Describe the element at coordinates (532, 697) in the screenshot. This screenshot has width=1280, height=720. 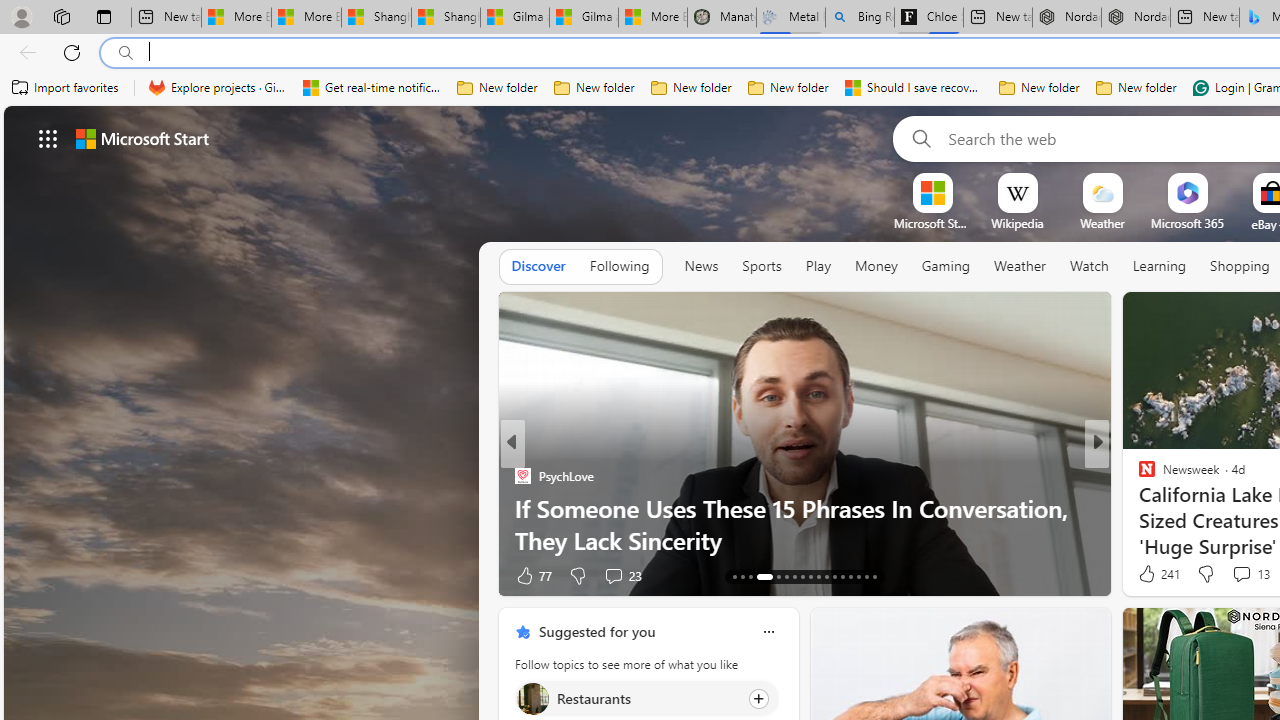
I see `'Restaurants'` at that location.